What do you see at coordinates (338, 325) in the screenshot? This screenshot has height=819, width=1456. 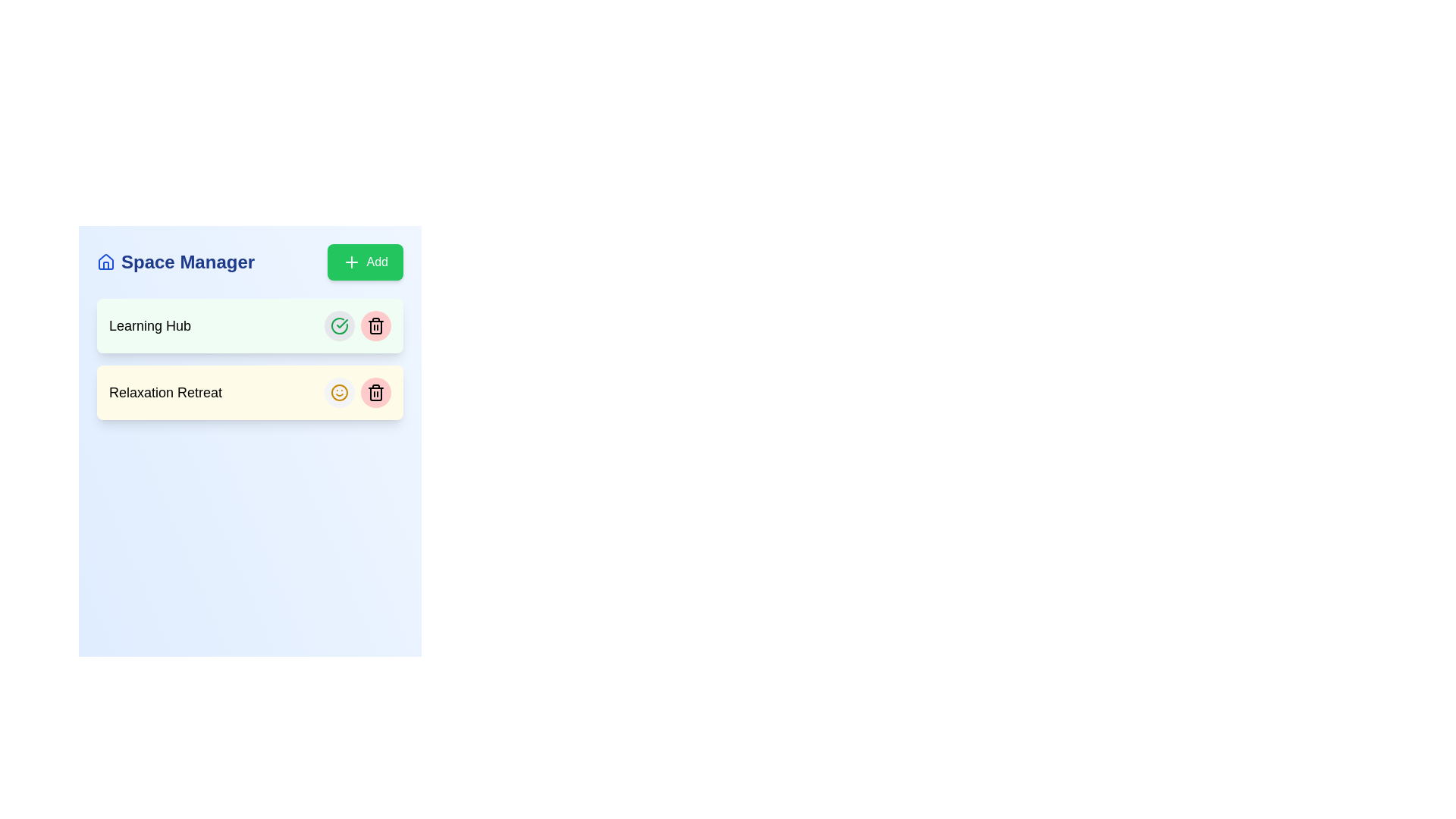 I see `the confirmation button for the 'Learning Hub' item` at bounding box center [338, 325].